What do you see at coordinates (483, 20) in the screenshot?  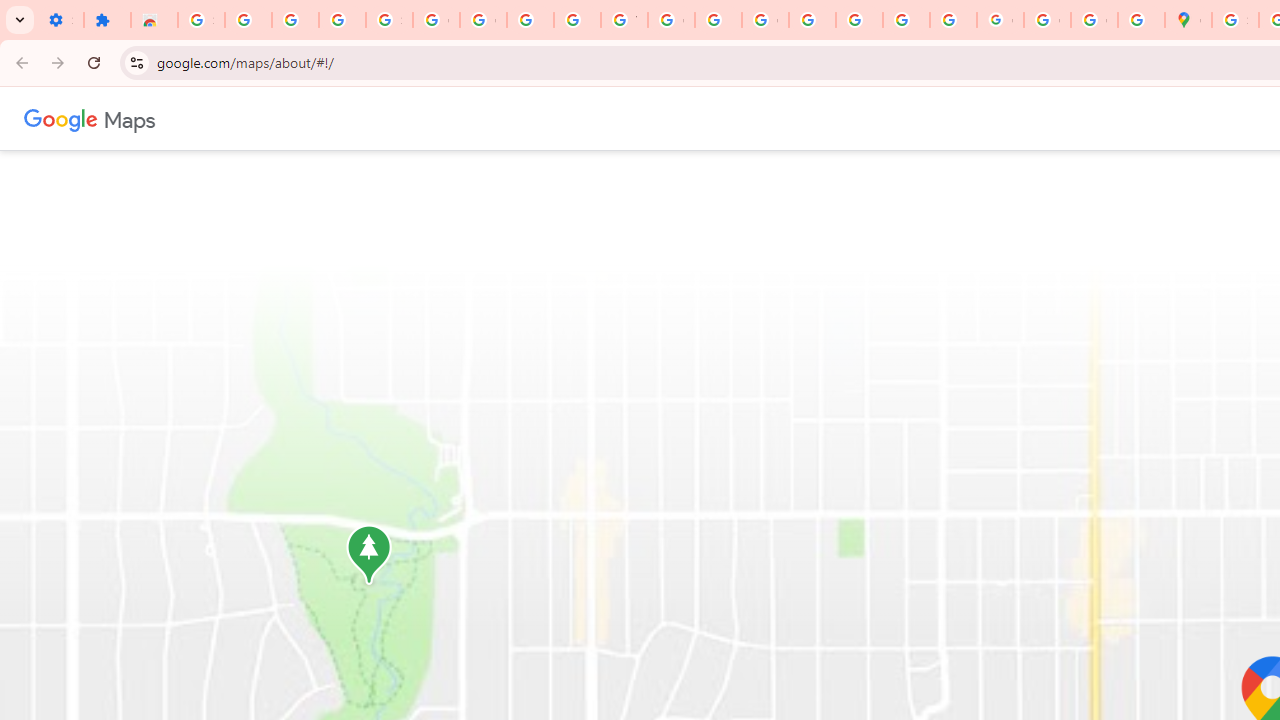 I see `'Google Account Help'` at bounding box center [483, 20].